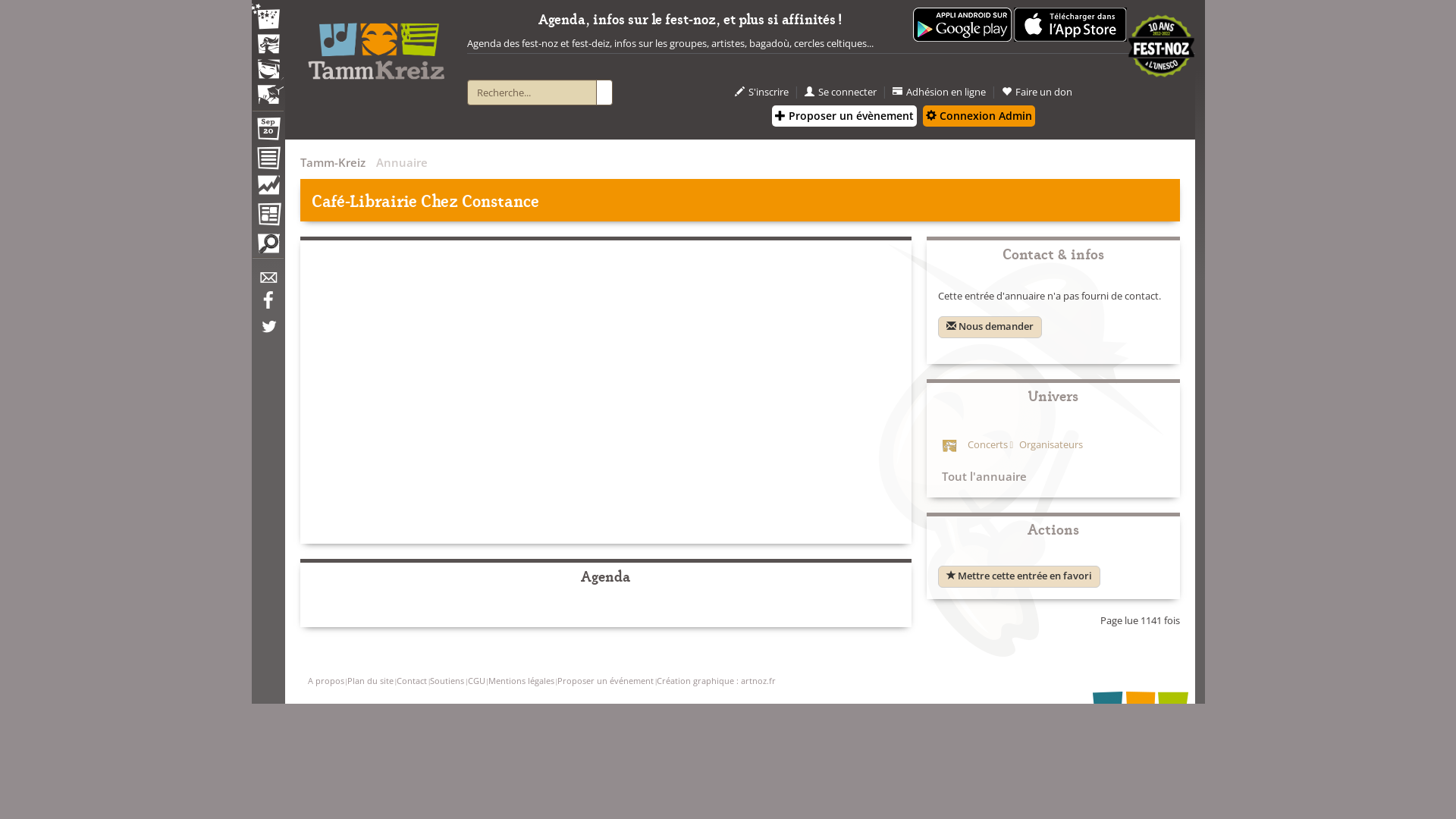 This screenshot has width=1456, height=819. Describe the element at coordinates (467, 679) in the screenshot. I see `'CGU'` at that location.